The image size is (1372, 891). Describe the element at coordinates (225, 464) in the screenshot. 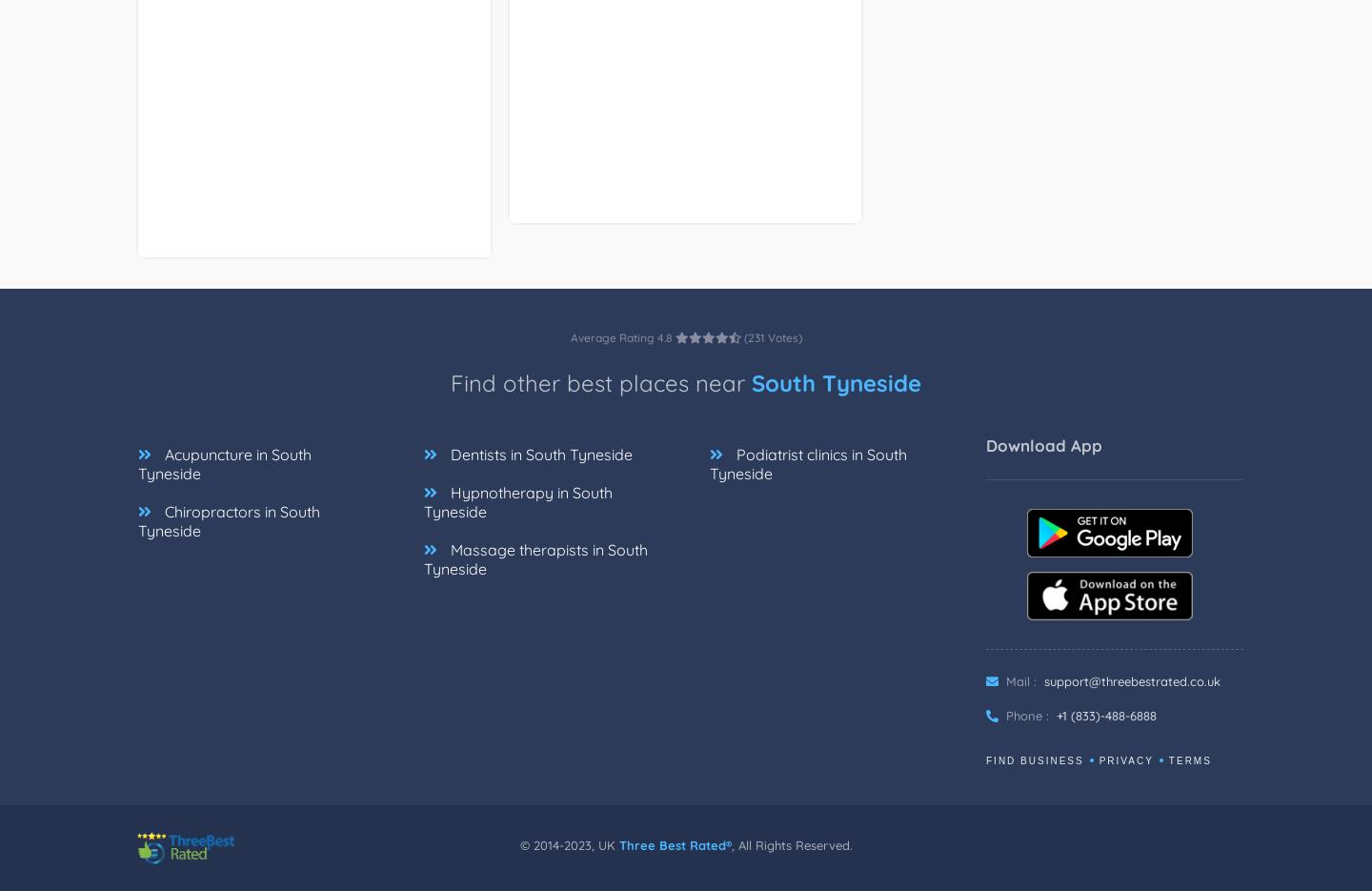

I see `'Acupuncture in South Tyneside'` at that location.